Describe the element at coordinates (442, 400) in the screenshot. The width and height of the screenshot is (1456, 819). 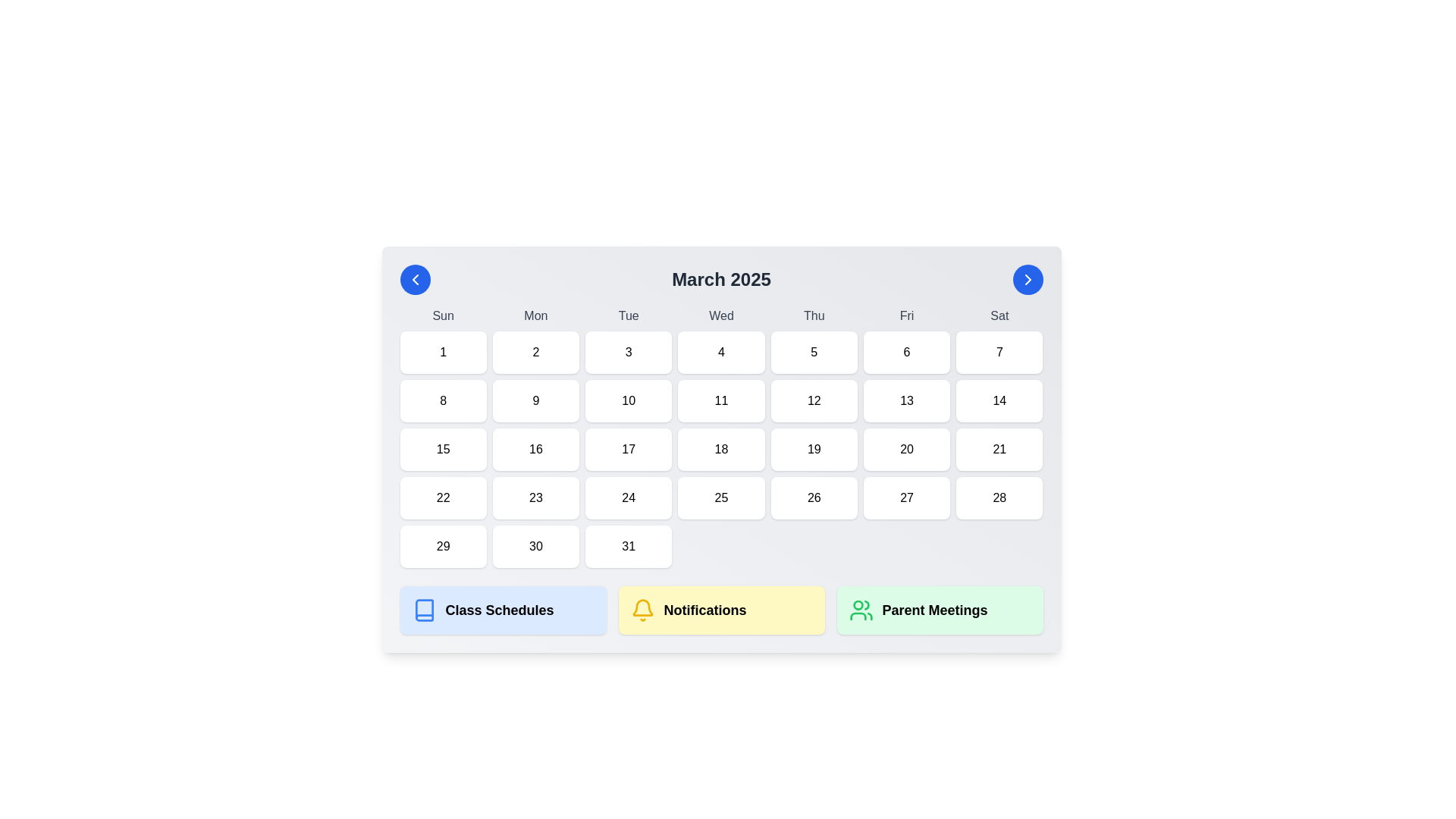
I see `the calendar date cell displaying the number '8' in the second row and first column under the 'Sun' header` at that location.